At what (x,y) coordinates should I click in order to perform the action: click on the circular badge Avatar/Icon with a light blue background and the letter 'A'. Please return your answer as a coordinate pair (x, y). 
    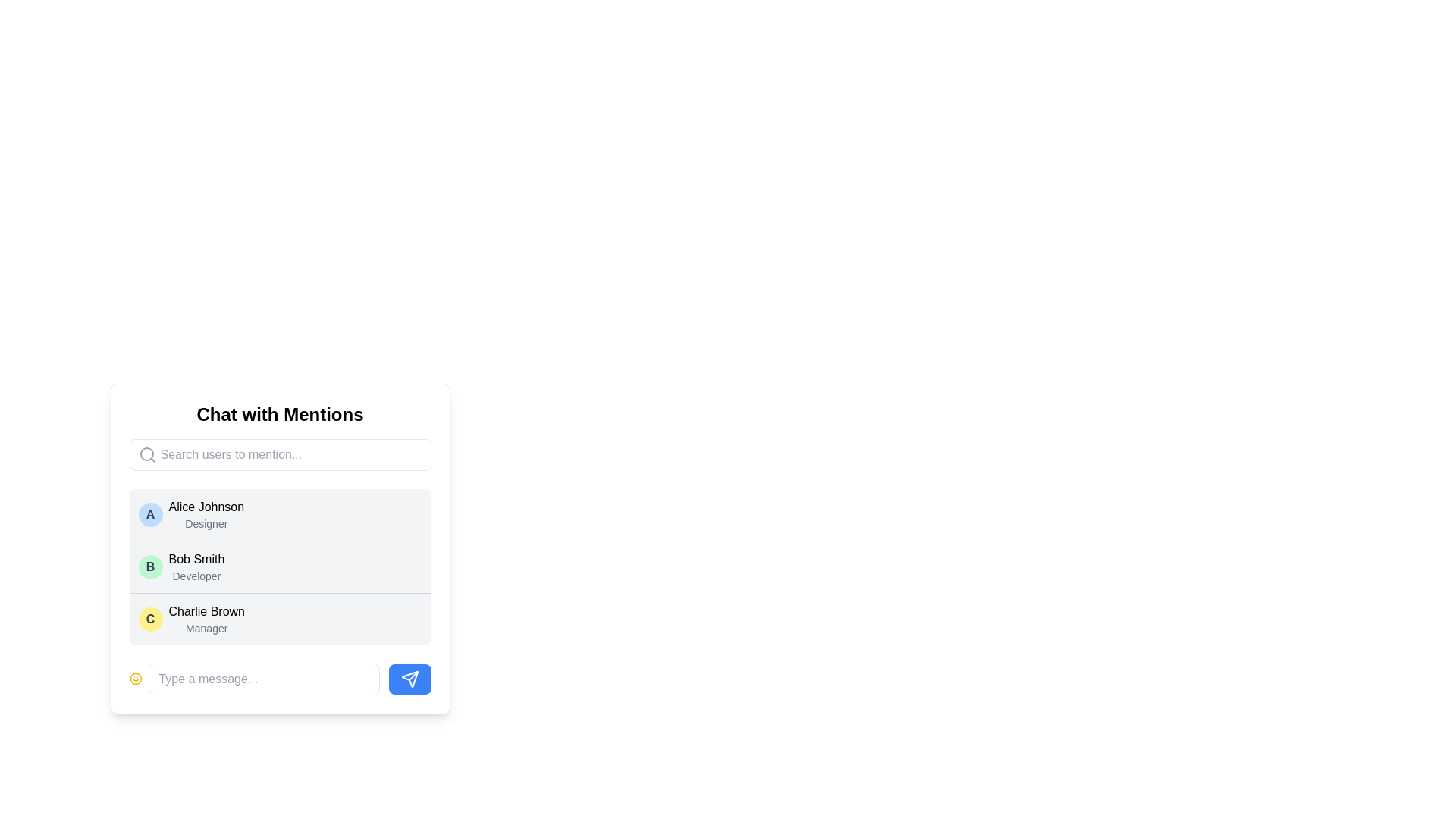
    Looking at the image, I should click on (150, 513).